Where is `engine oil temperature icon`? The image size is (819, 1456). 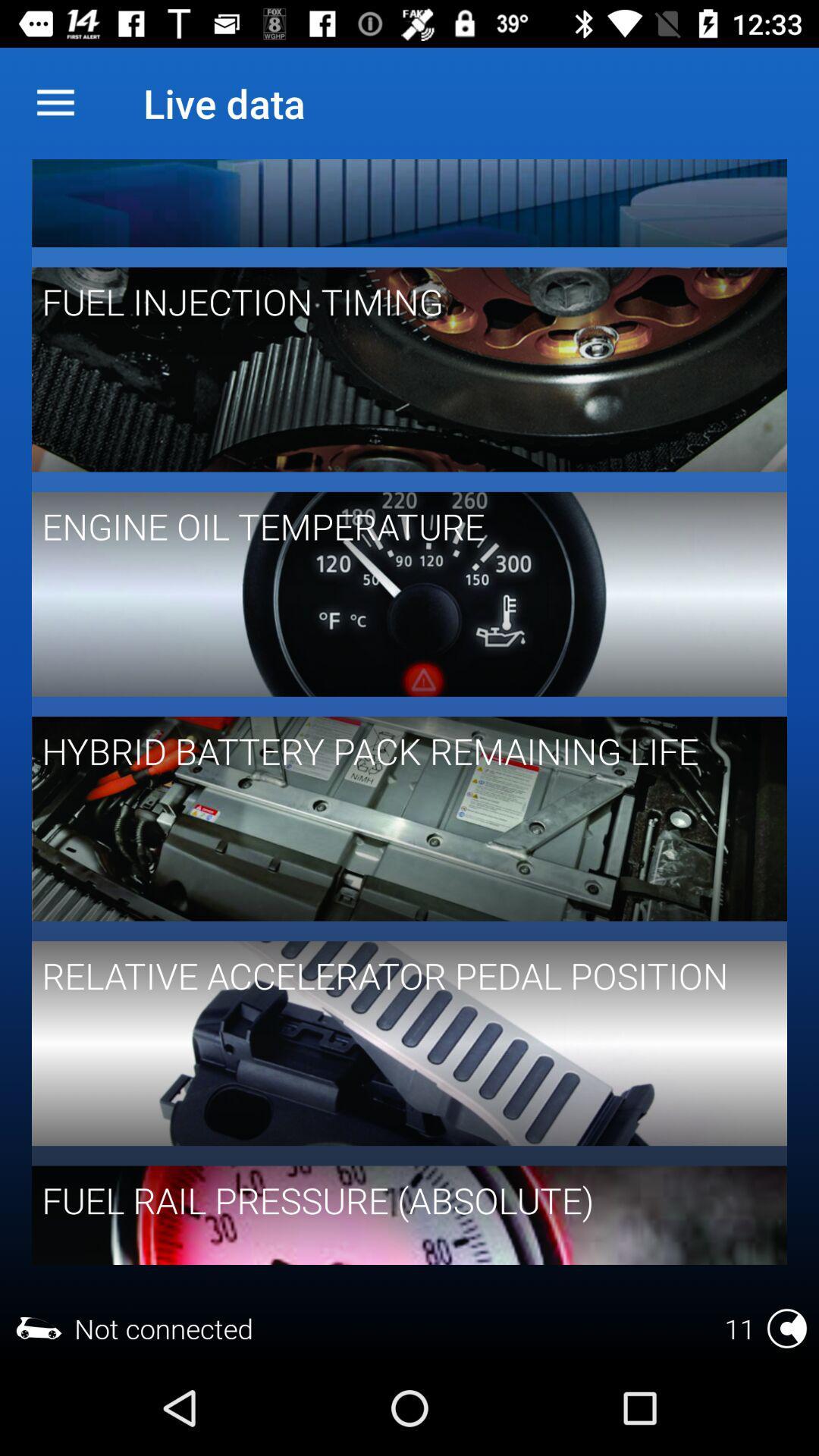
engine oil temperature icon is located at coordinates (398, 526).